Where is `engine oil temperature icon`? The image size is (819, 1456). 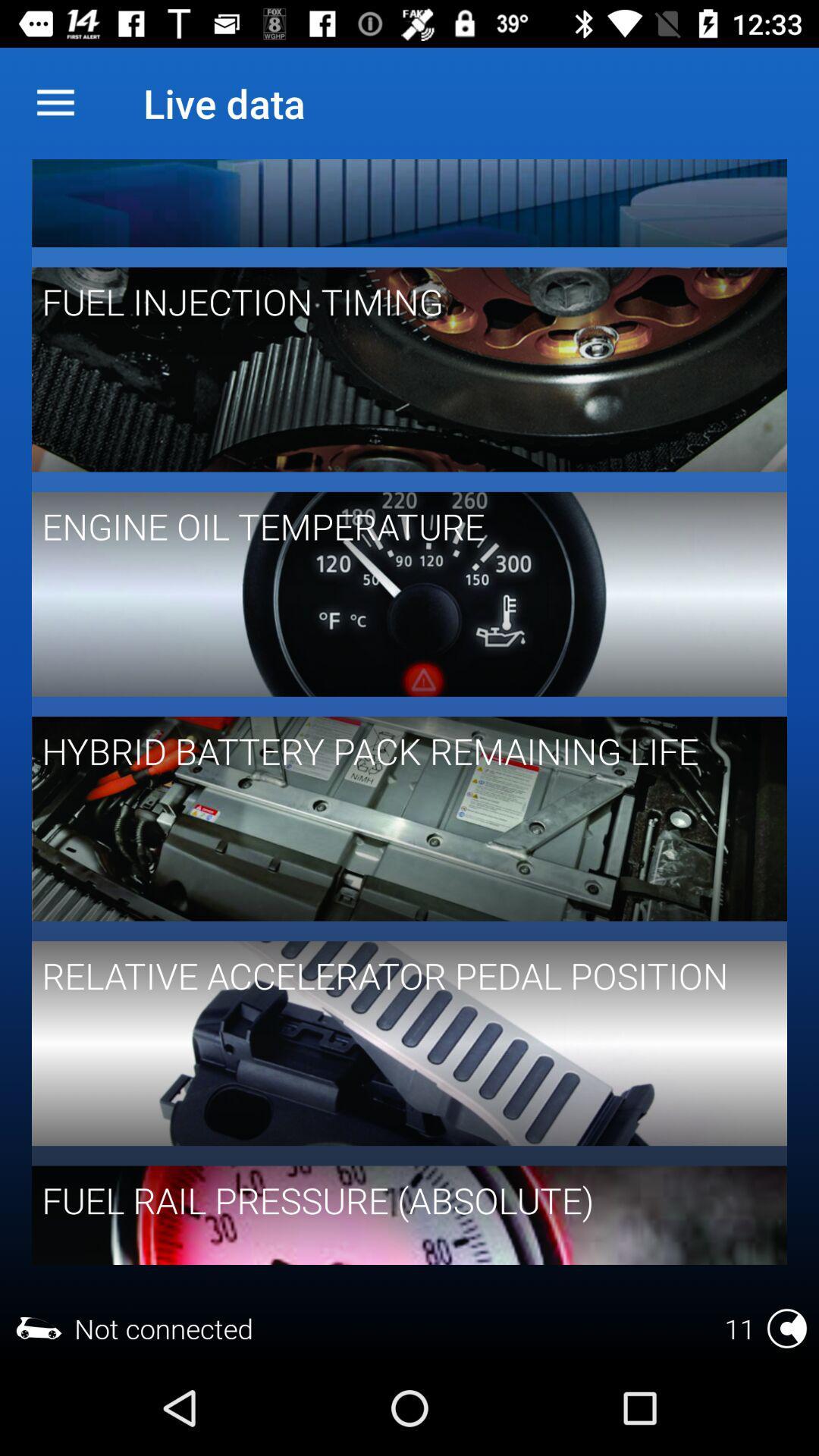
engine oil temperature icon is located at coordinates (398, 526).